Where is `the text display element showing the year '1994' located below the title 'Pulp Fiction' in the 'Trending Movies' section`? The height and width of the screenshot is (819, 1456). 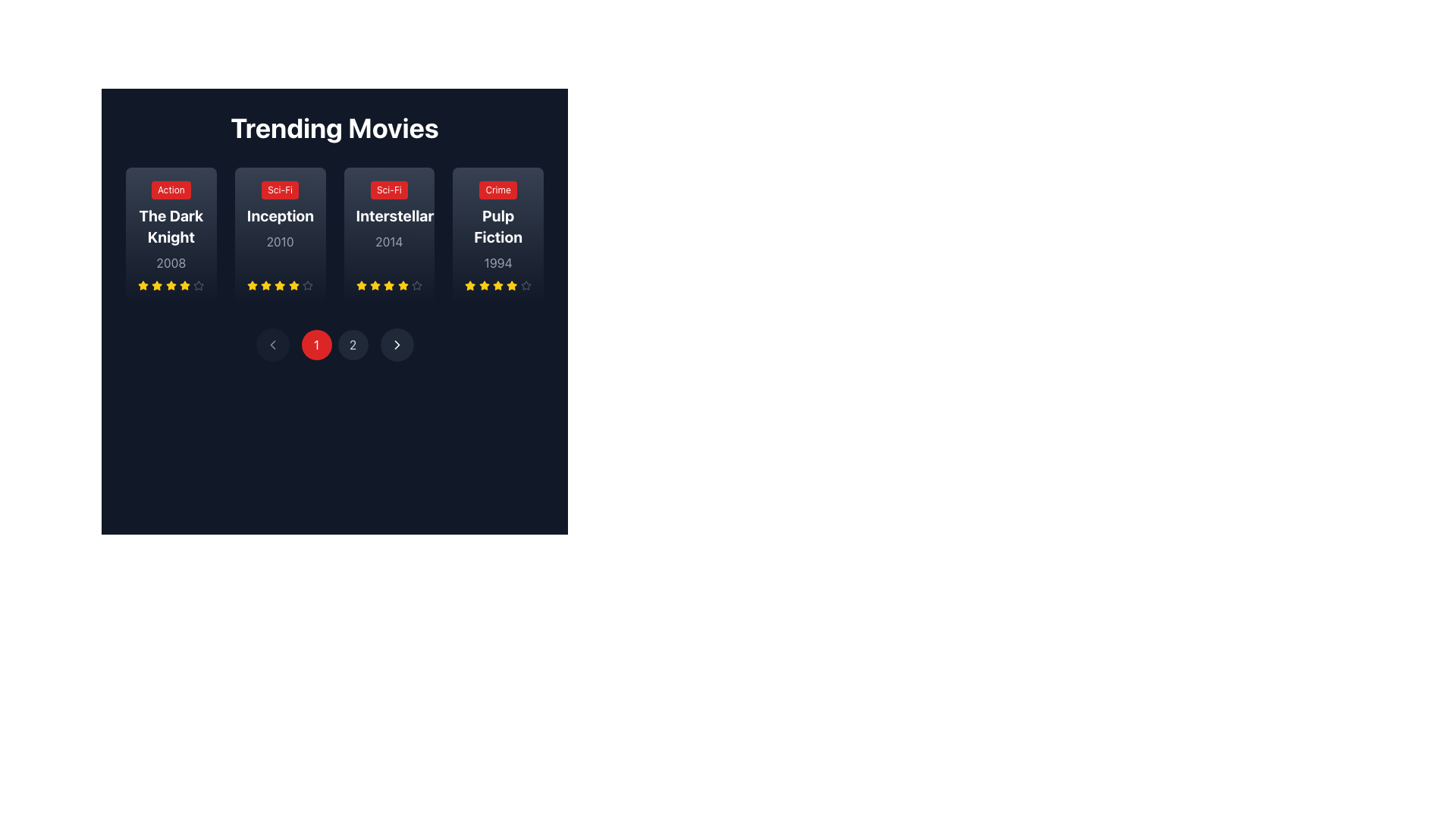 the text display element showing the year '1994' located below the title 'Pulp Fiction' in the 'Trending Movies' section is located at coordinates (498, 262).